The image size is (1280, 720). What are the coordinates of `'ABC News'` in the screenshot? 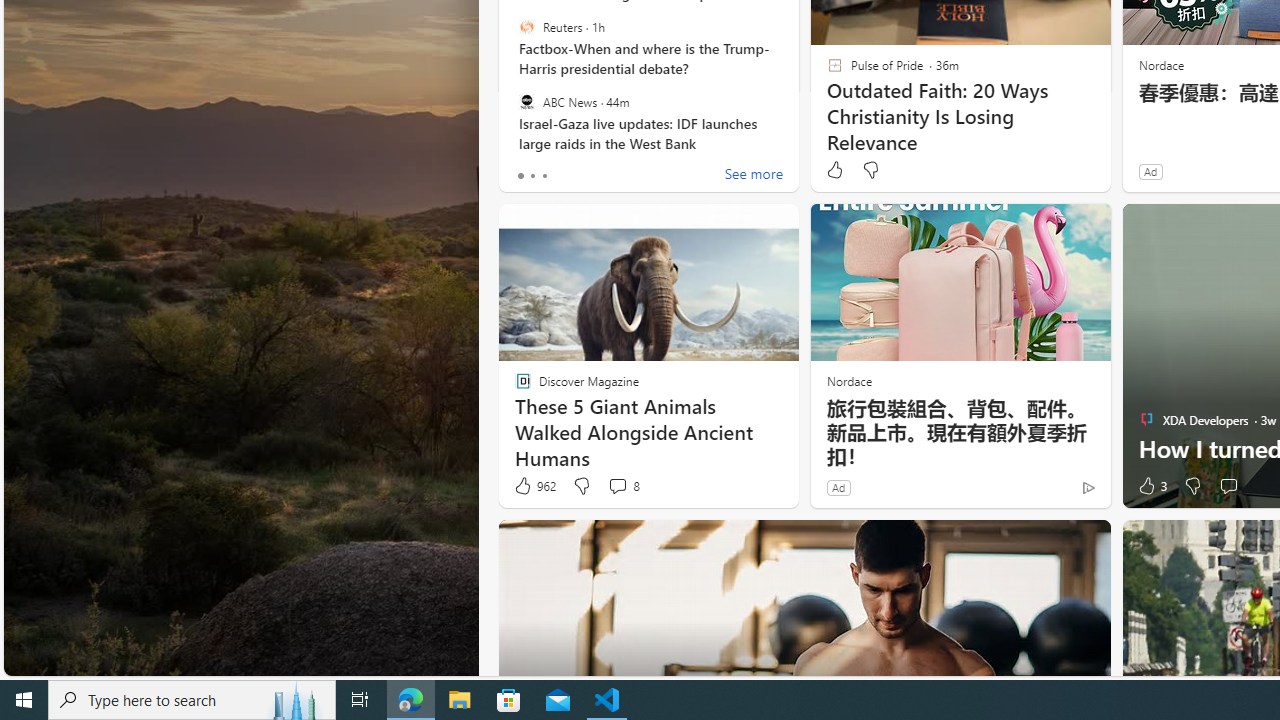 It's located at (526, 101).